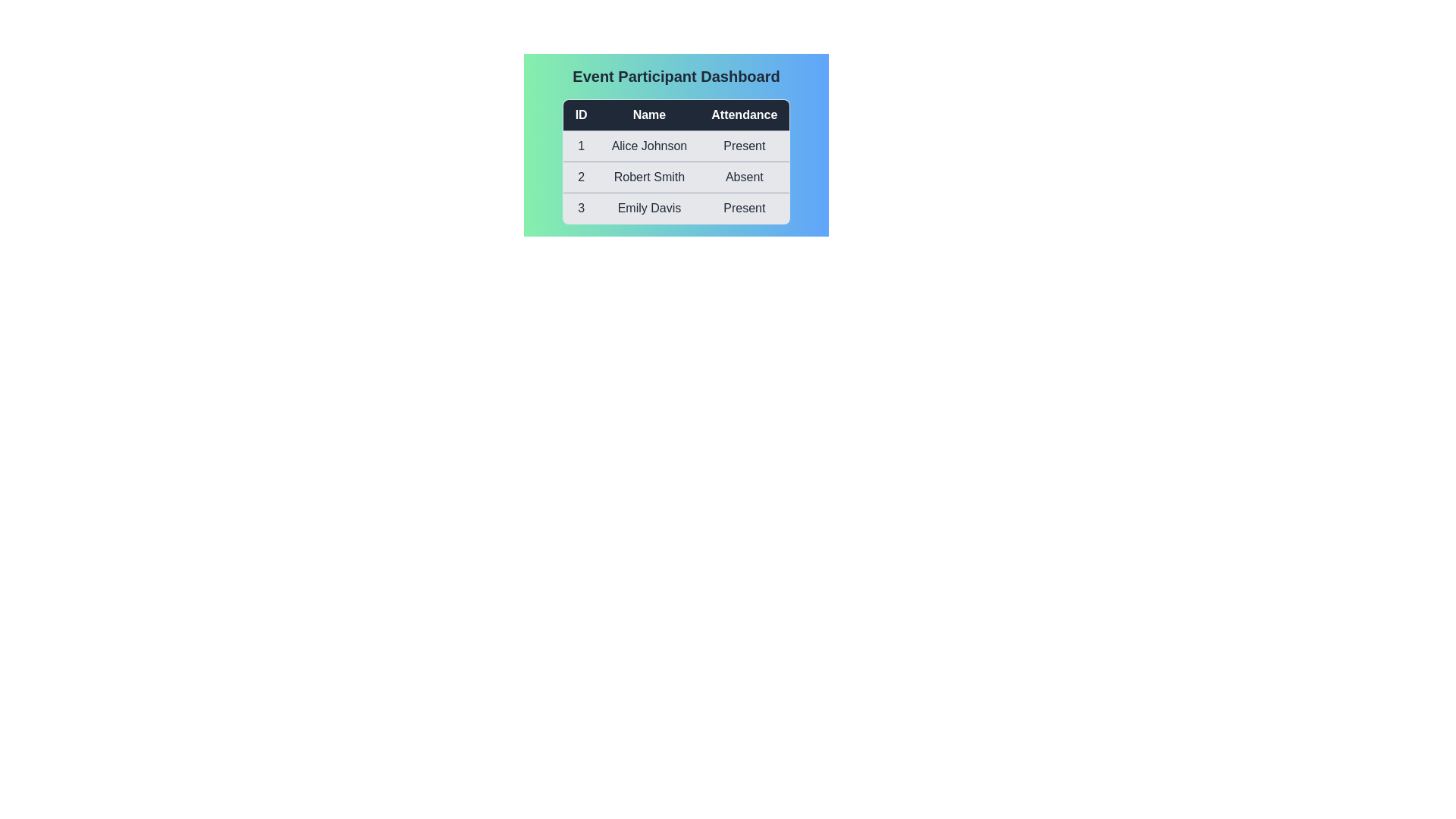 The height and width of the screenshot is (819, 1456). Describe the element at coordinates (649, 114) in the screenshot. I see `the 'Name' column header in the Event Participant Dashboard, which is located between the 'ID' column and the 'Attendance' column` at that location.